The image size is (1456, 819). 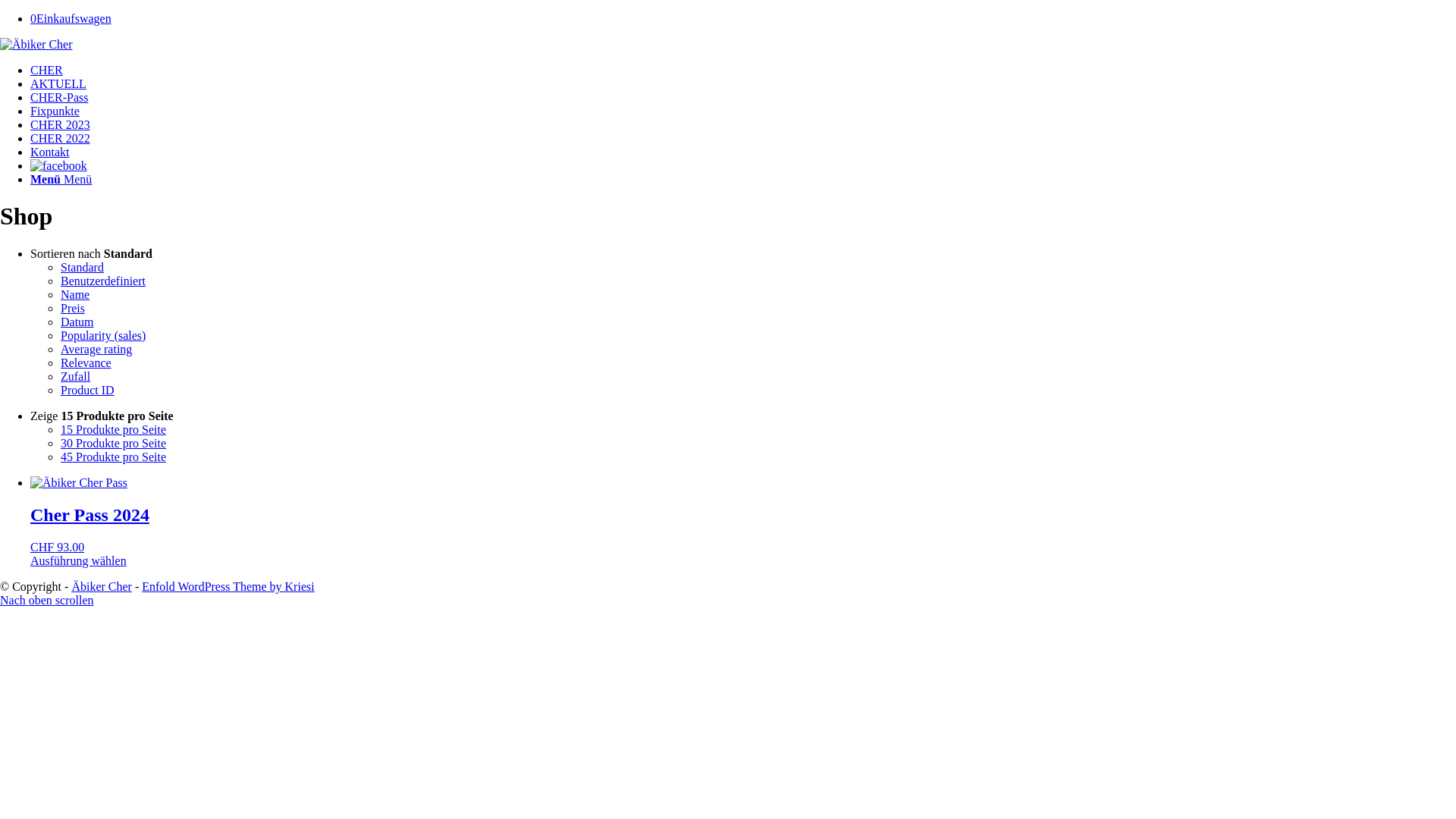 I want to click on 'Preis', so click(x=72, y=307).